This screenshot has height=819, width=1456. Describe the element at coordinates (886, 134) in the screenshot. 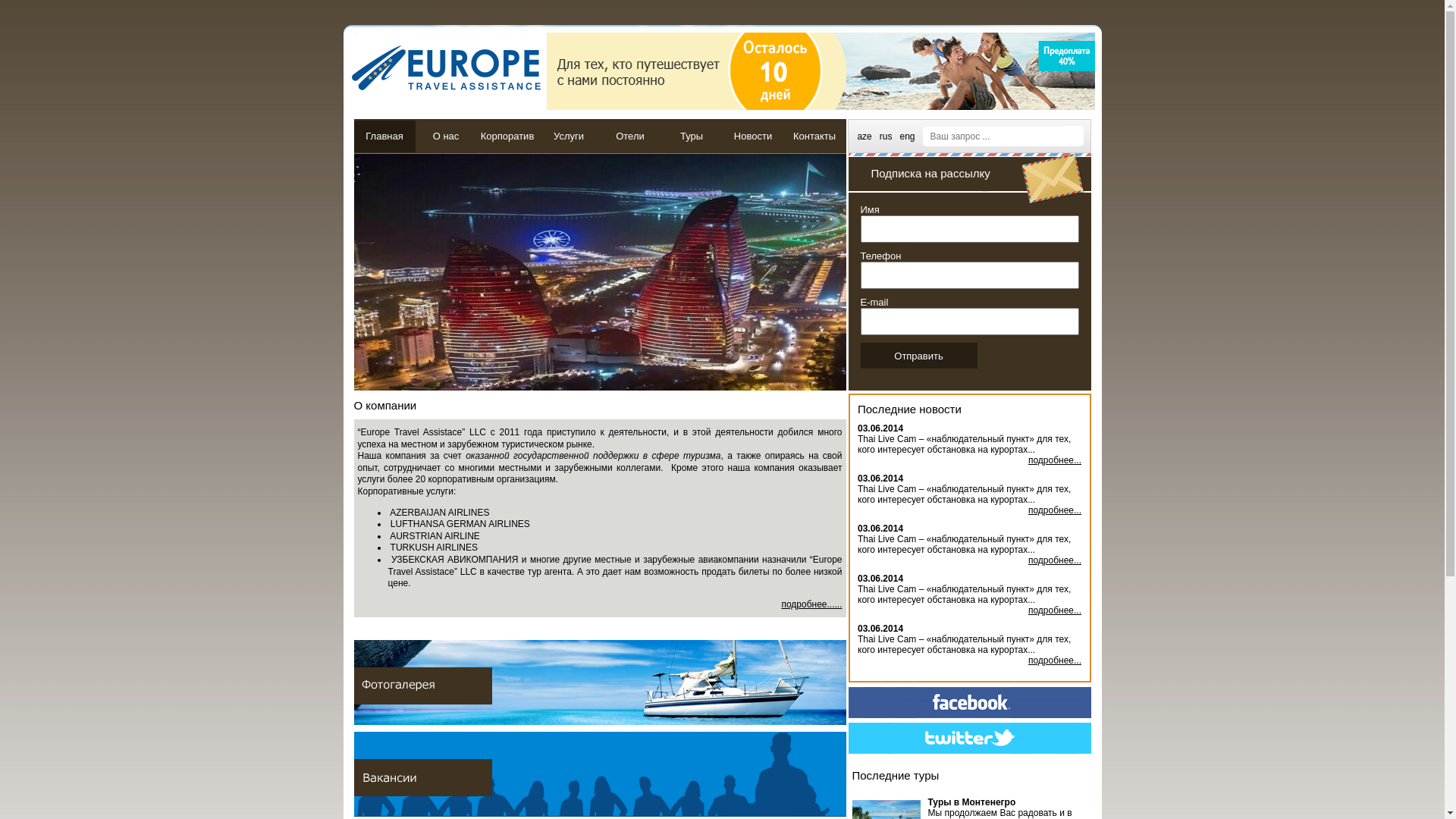

I see `'rus'` at that location.